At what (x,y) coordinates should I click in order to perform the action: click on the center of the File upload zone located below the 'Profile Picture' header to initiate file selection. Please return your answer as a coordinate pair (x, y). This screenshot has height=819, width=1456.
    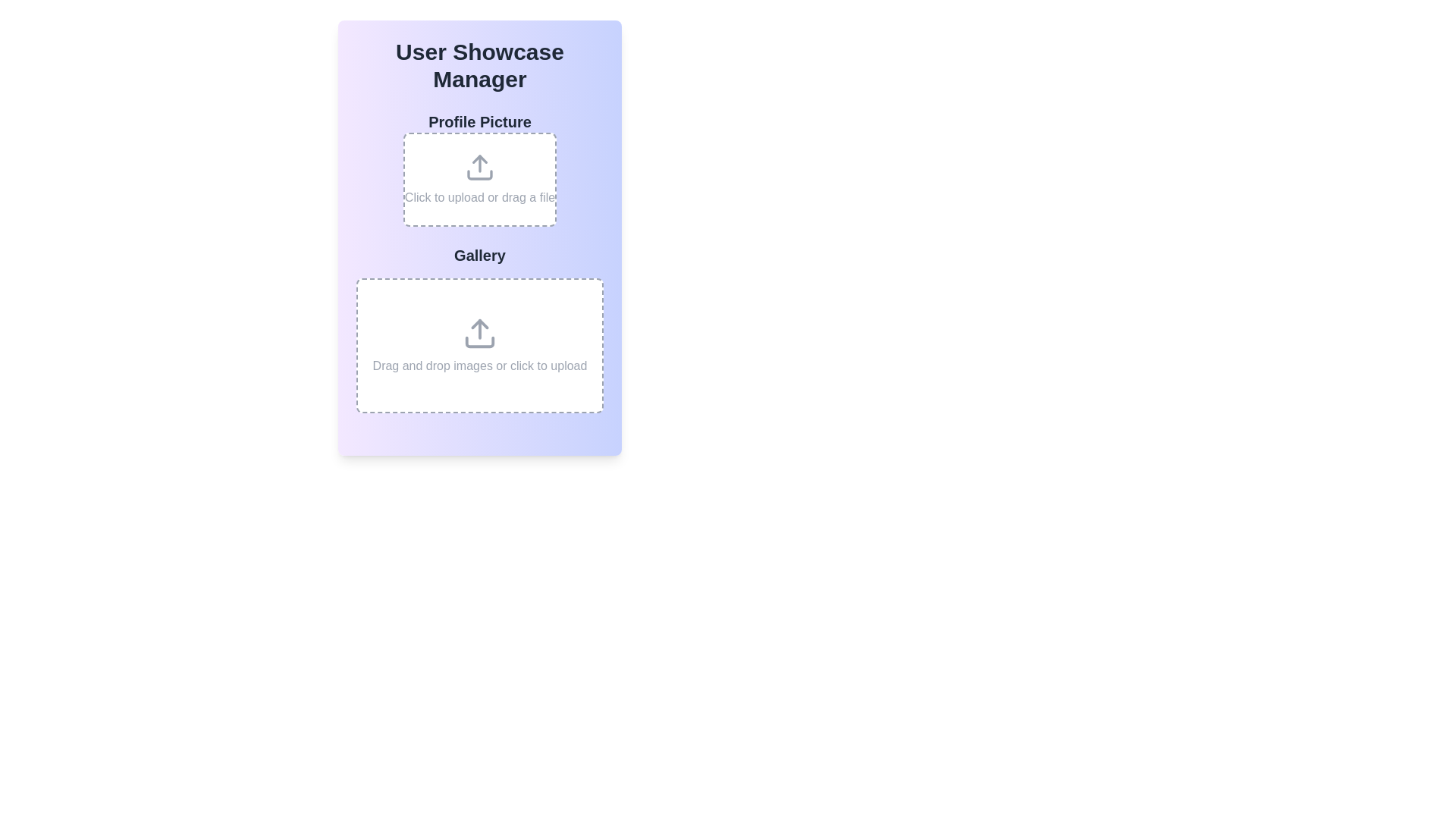
    Looking at the image, I should click on (479, 169).